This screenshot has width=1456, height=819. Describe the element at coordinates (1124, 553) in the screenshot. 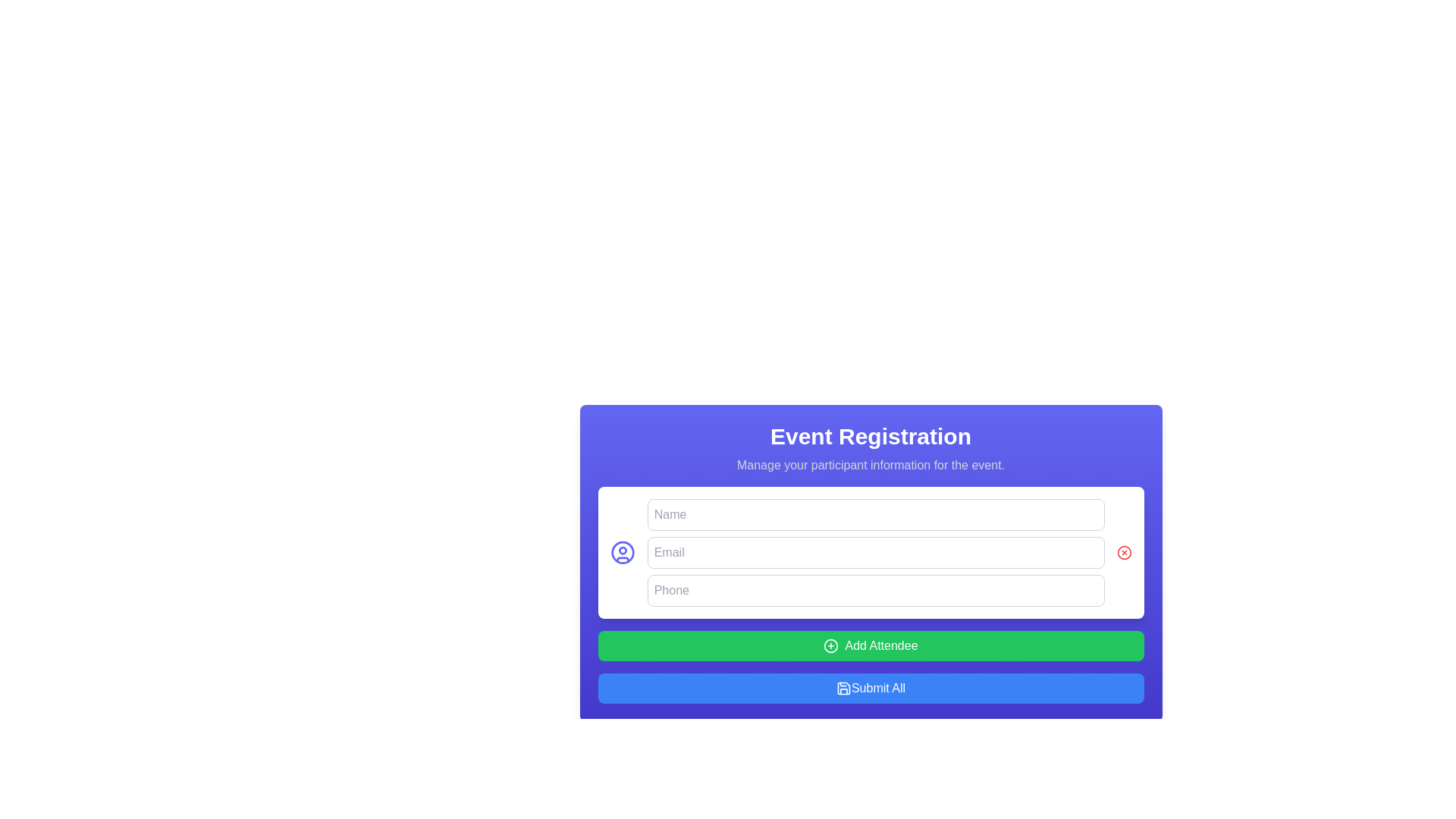

I see `the delete button located at the far-right end of the 'Email' input field` at that location.